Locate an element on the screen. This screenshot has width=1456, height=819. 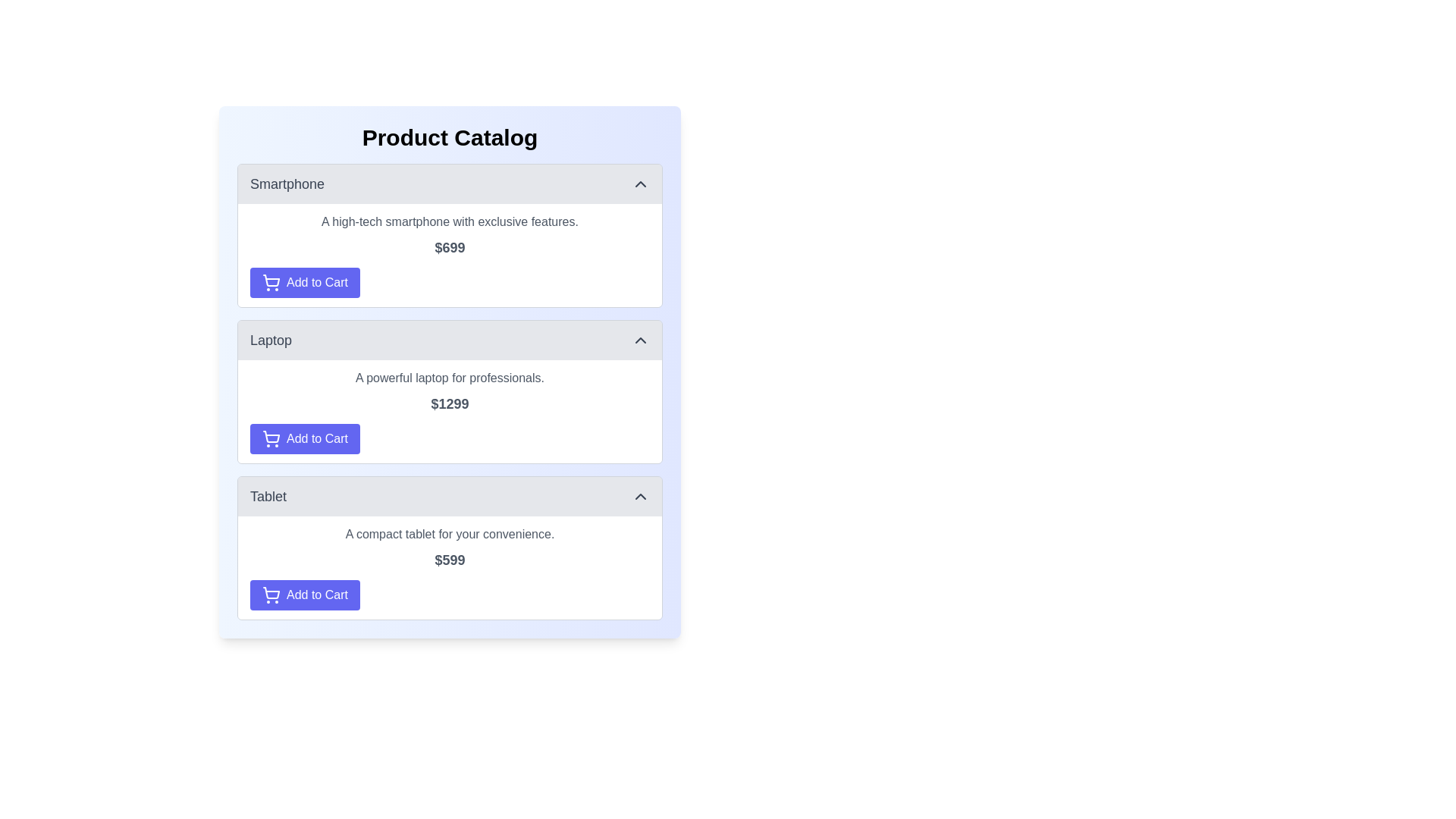
the 'Add Tablet to Cart' button located underneath the price text '$599' in the Tablet product section is located at coordinates (304, 595).